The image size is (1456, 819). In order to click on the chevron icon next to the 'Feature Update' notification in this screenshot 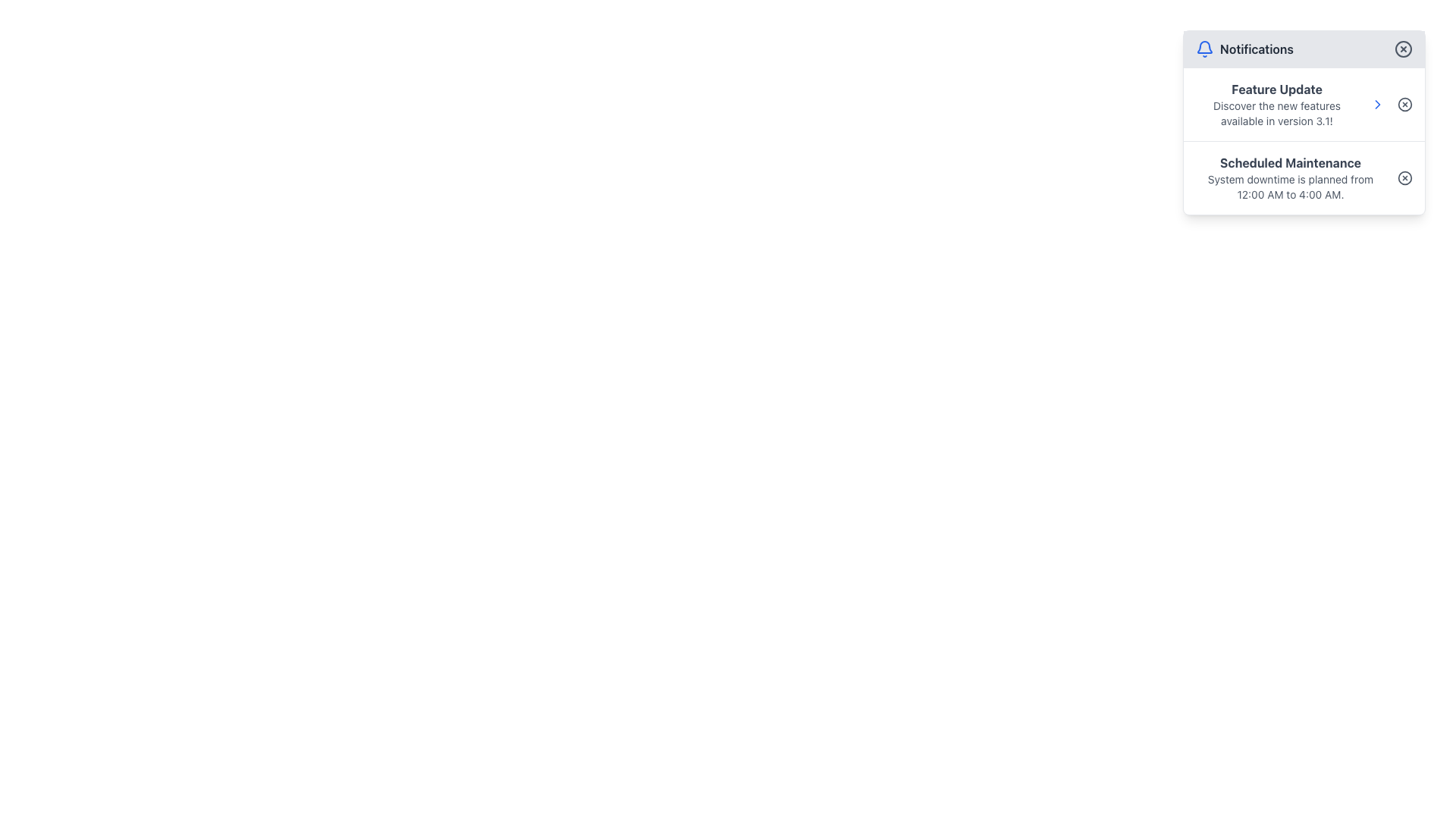, I will do `click(1378, 104)`.